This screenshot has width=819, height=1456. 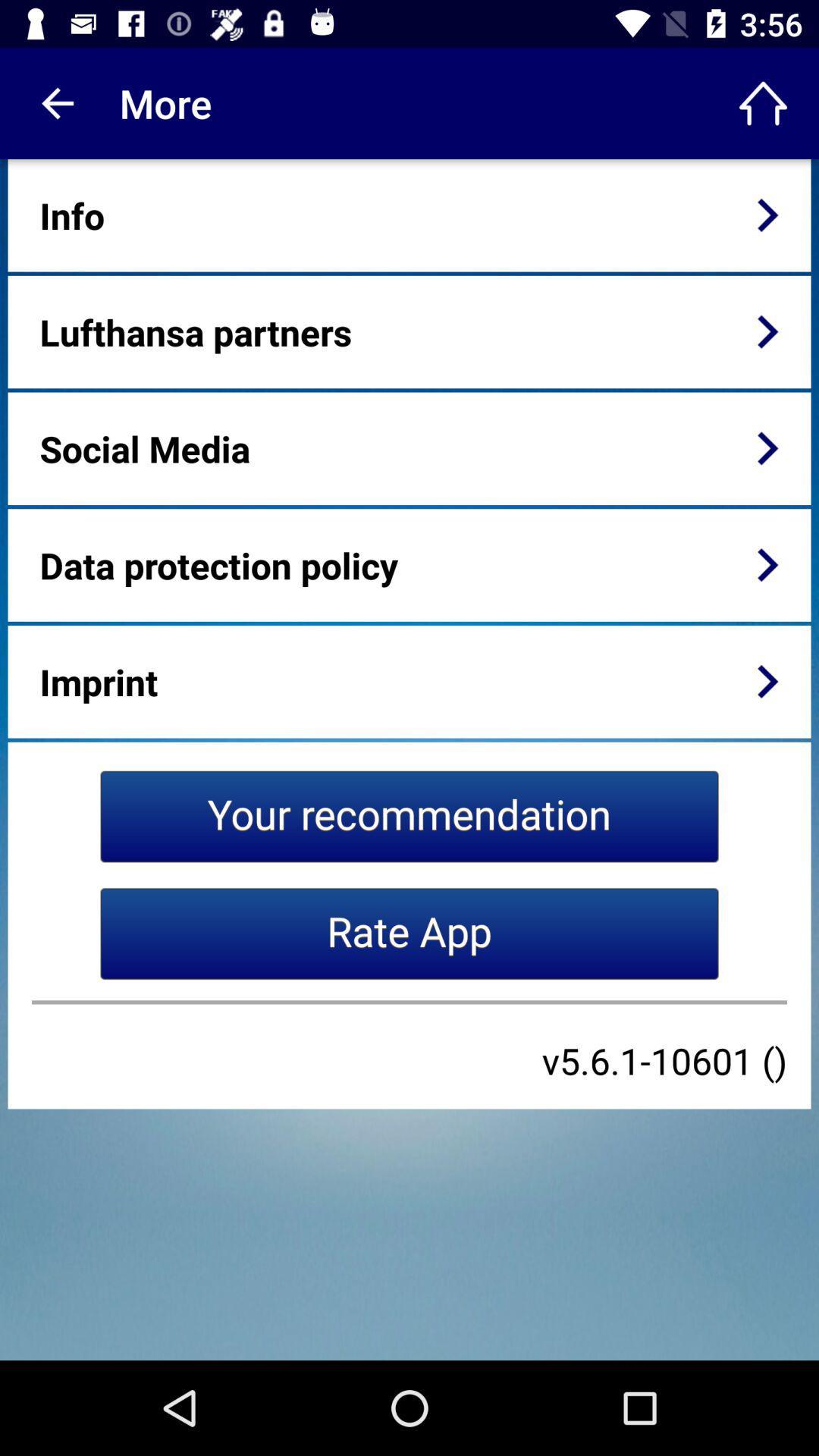 What do you see at coordinates (763, 102) in the screenshot?
I see `the item next to more item` at bounding box center [763, 102].